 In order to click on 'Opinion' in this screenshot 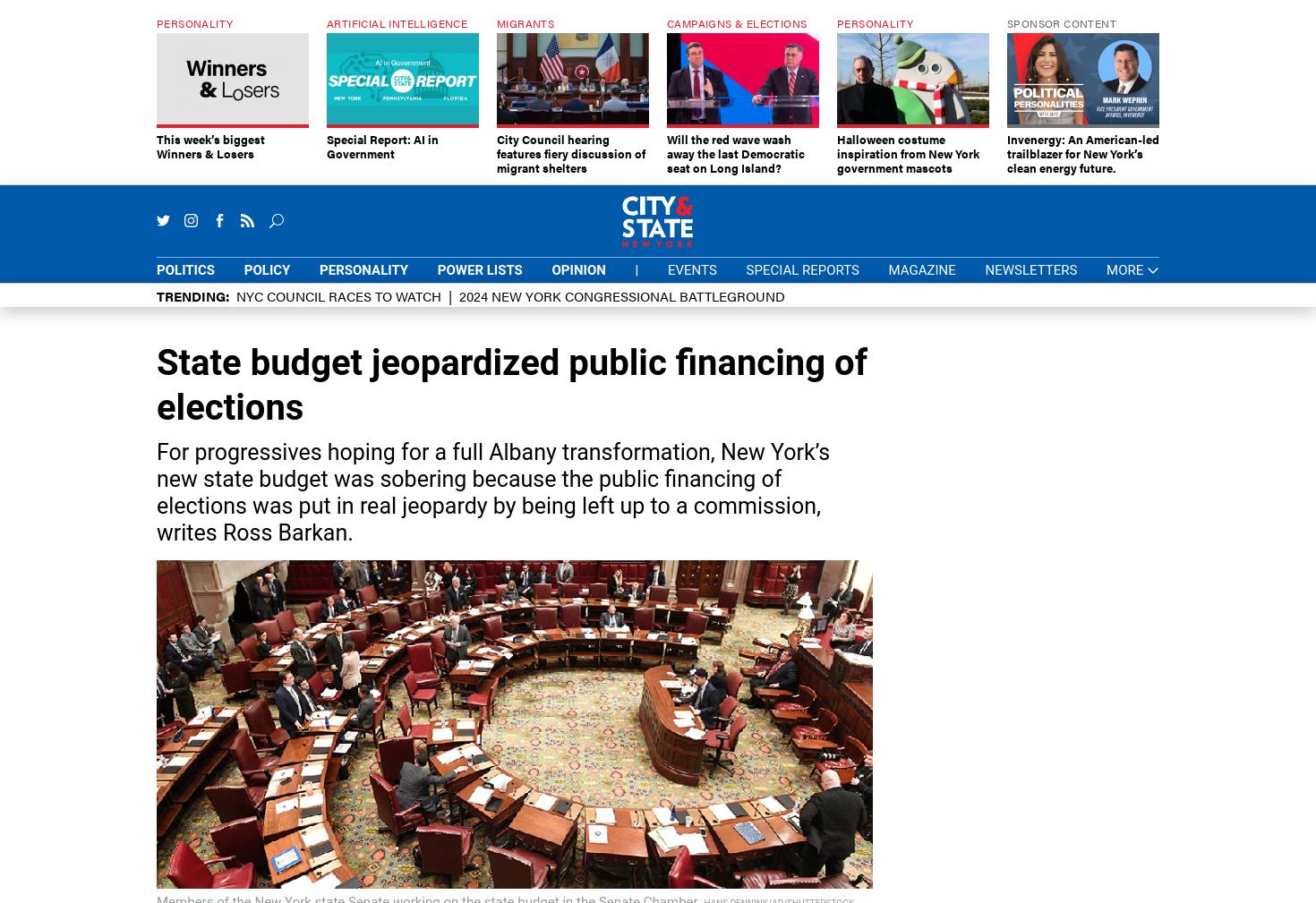, I will do `click(577, 268)`.